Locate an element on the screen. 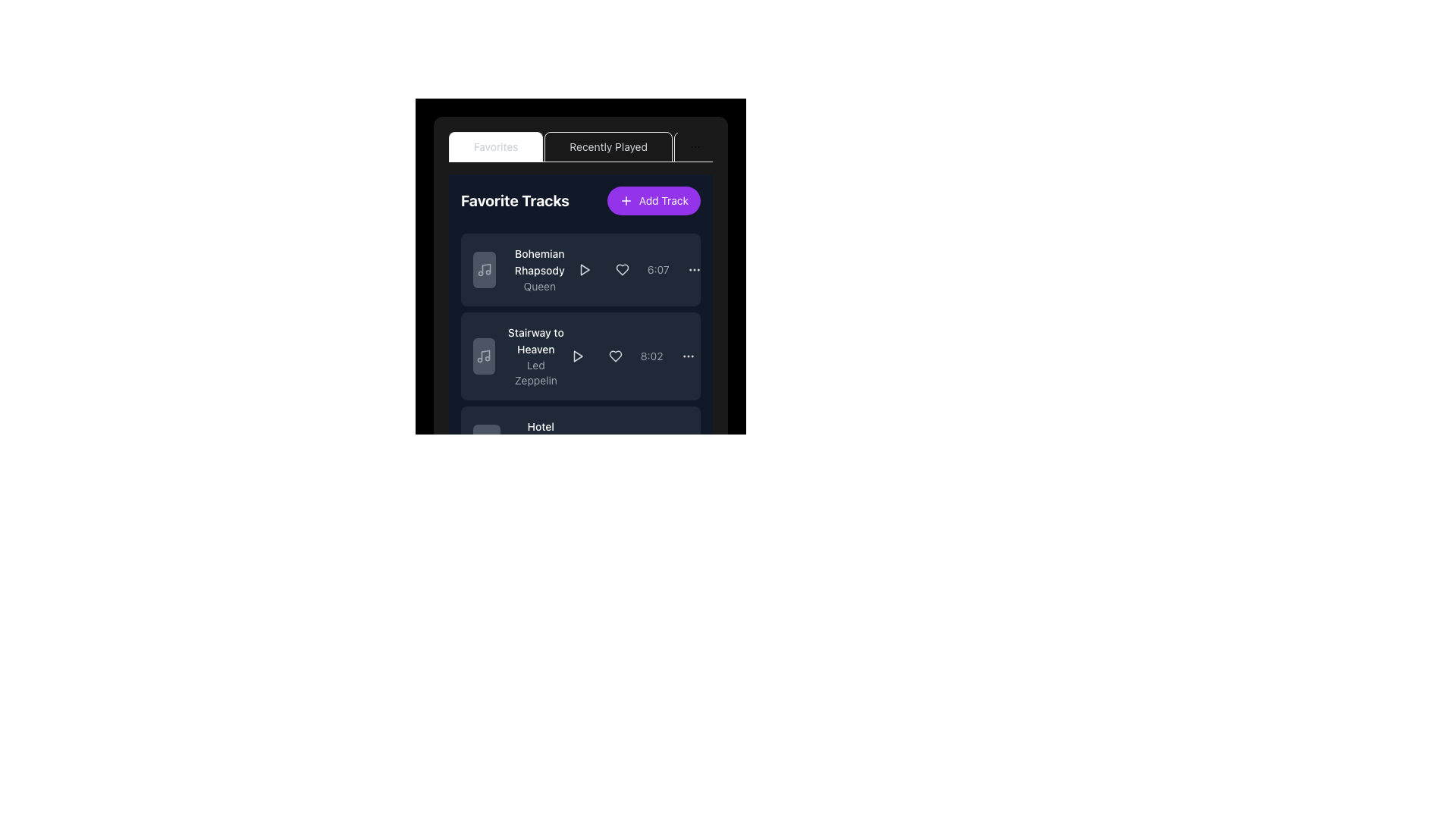 This screenshot has width=1456, height=819. the second heart icon button next to the track titled 'Stairway to Heaven' by Led Zeppelin is located at coordinates (615, 356).